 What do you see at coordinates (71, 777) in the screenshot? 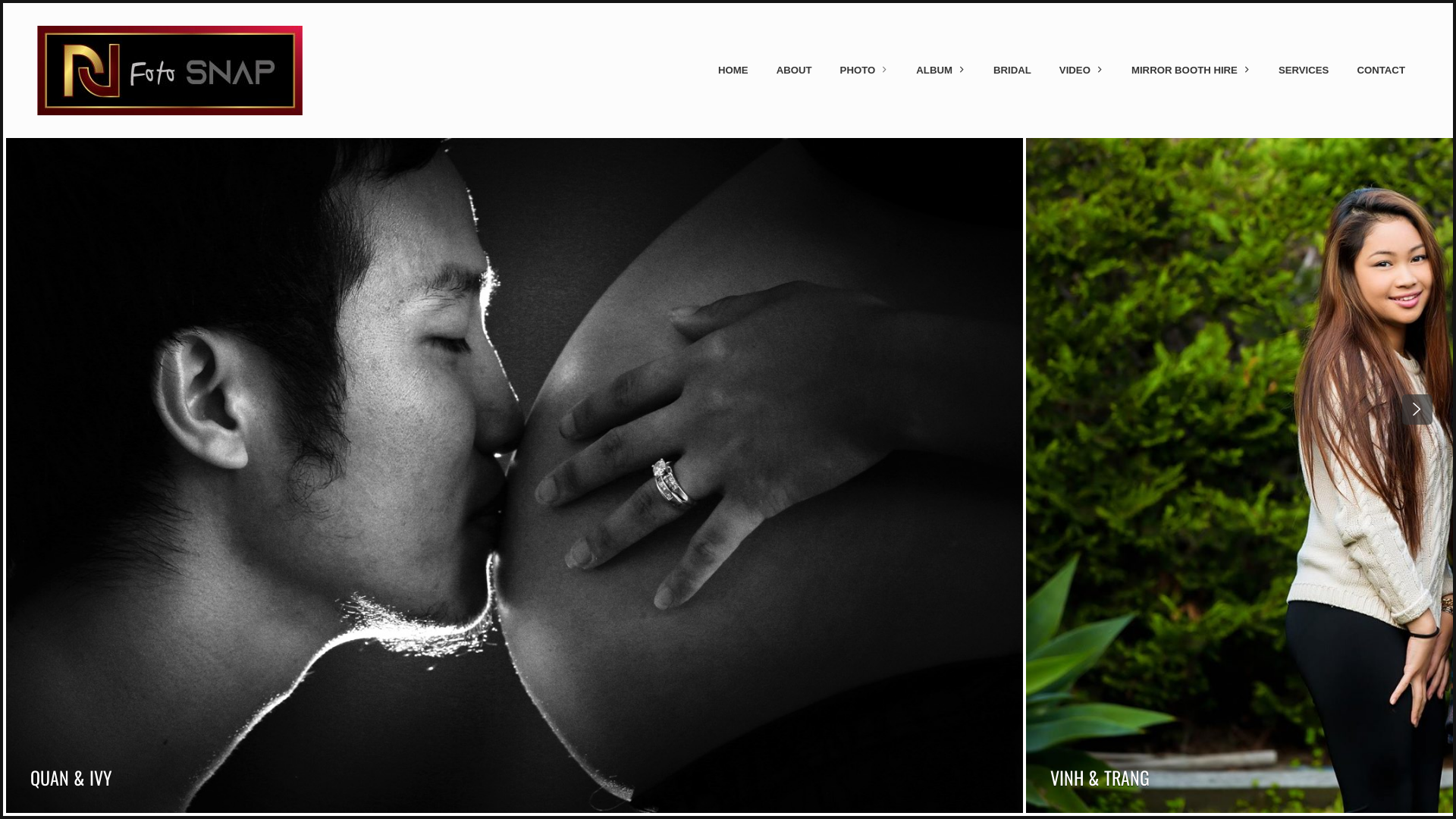
I see `'QUAN & IVY'` at bounding box center [71, 777].